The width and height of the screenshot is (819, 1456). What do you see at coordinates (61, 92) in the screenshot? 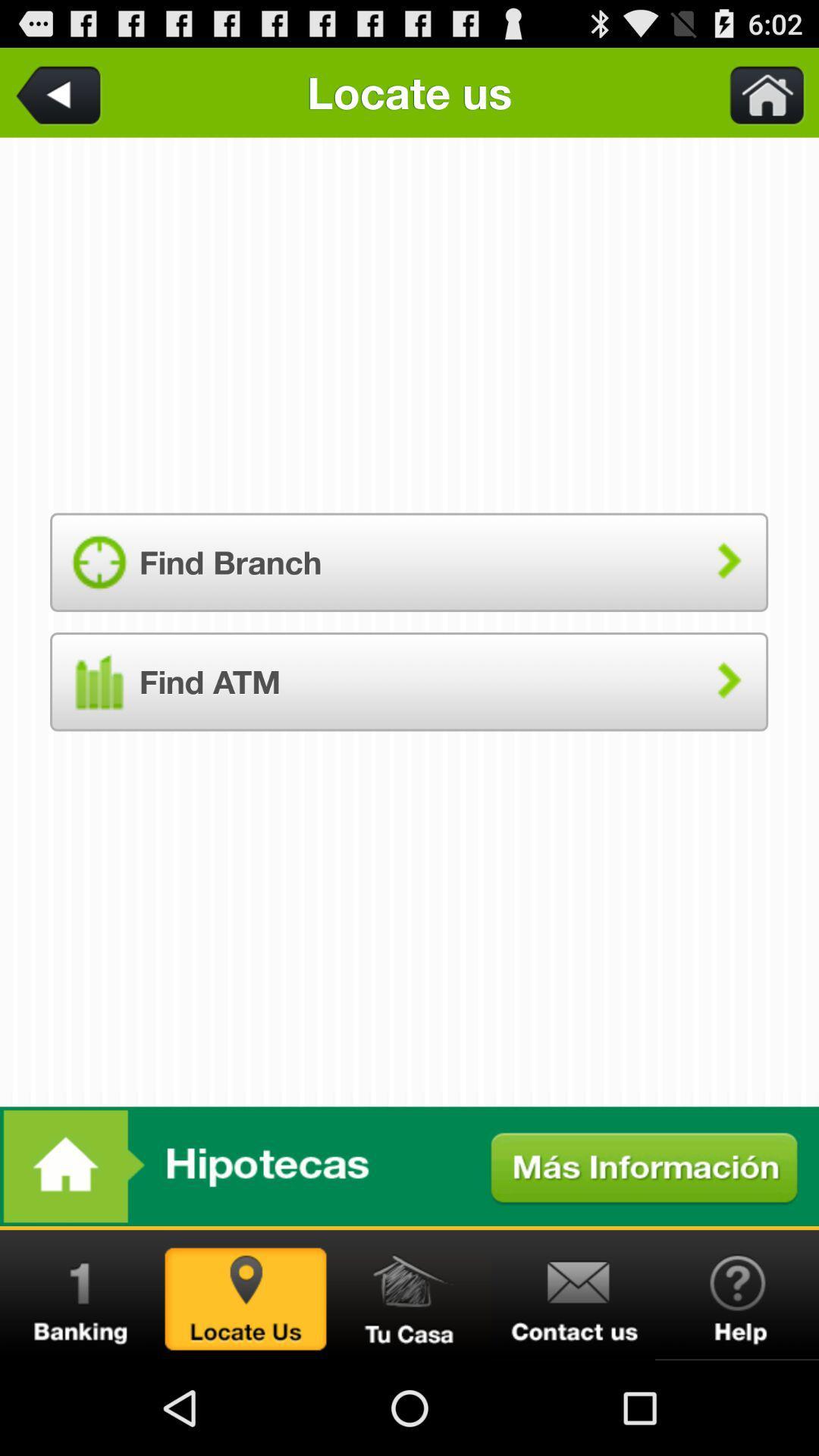
I see `previous screen` at bounding box center [61, 92].